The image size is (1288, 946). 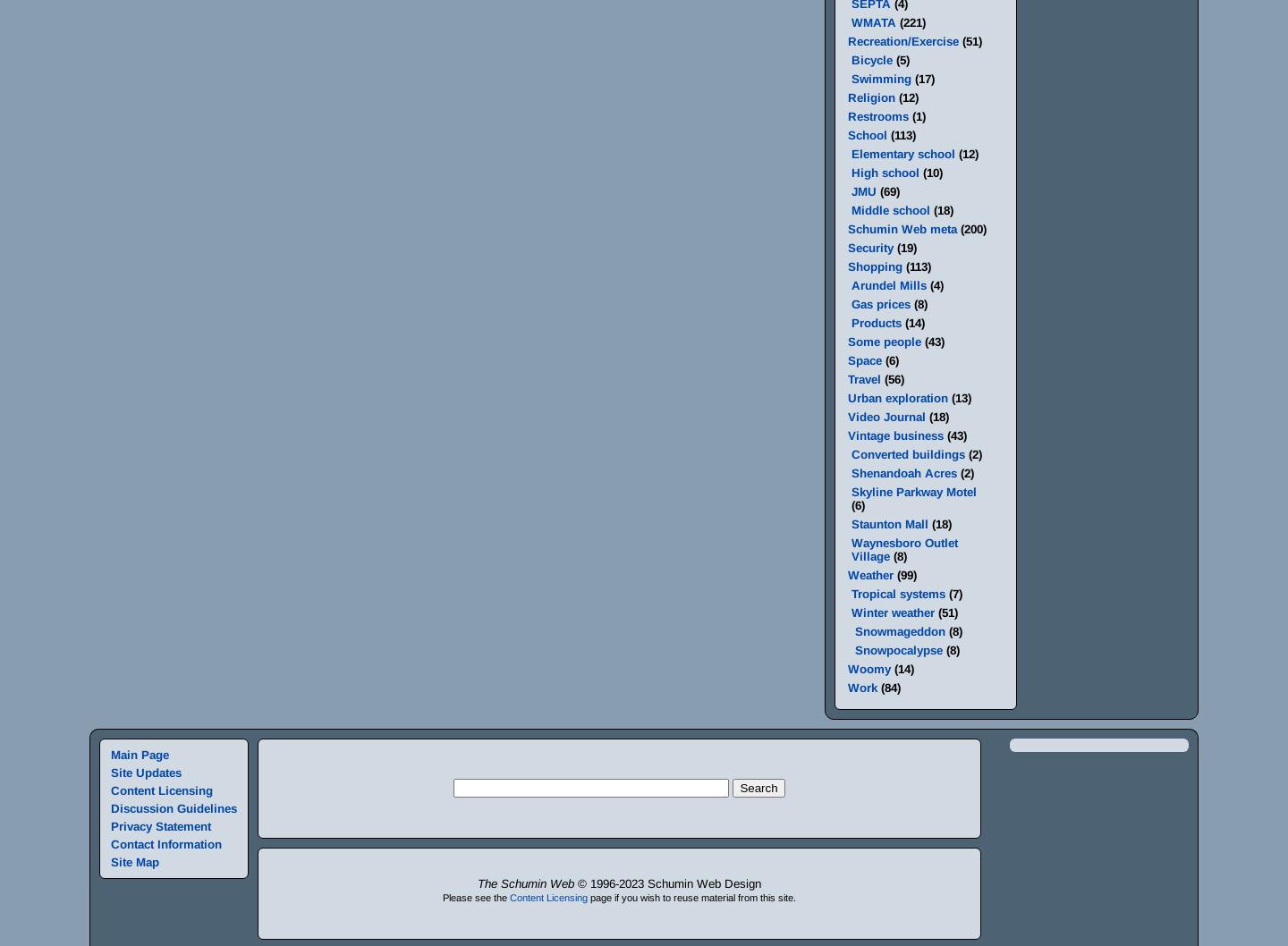 What do you see at coordinates (847, 342) in the screenshot?
I see `'Some people'` at bounding box center [847, 342].